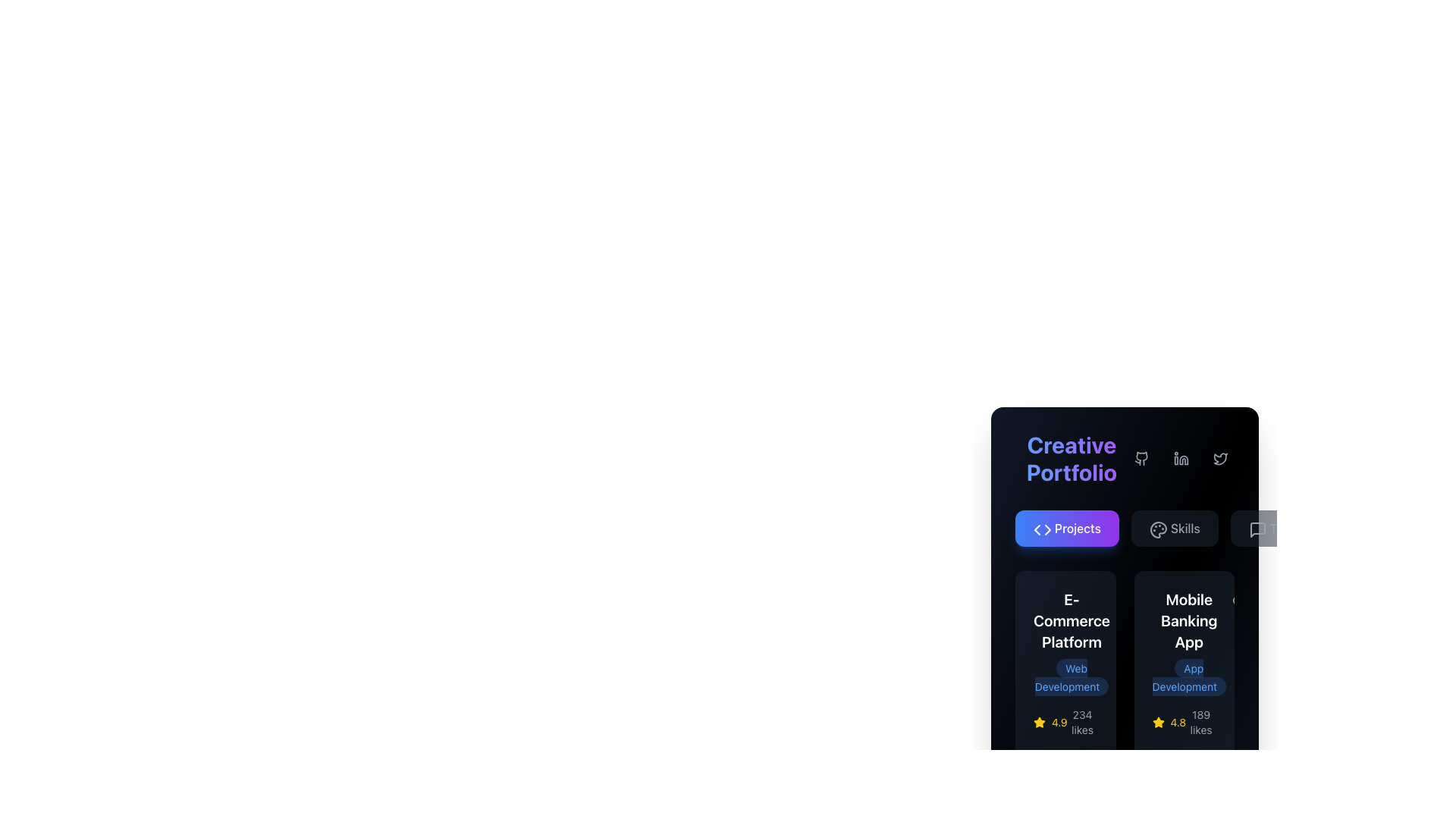  I want to click on the 'Projects' button which contains the left-pointing chevron arrow icon, displayed in white on a purple background, so click(1037, 529).